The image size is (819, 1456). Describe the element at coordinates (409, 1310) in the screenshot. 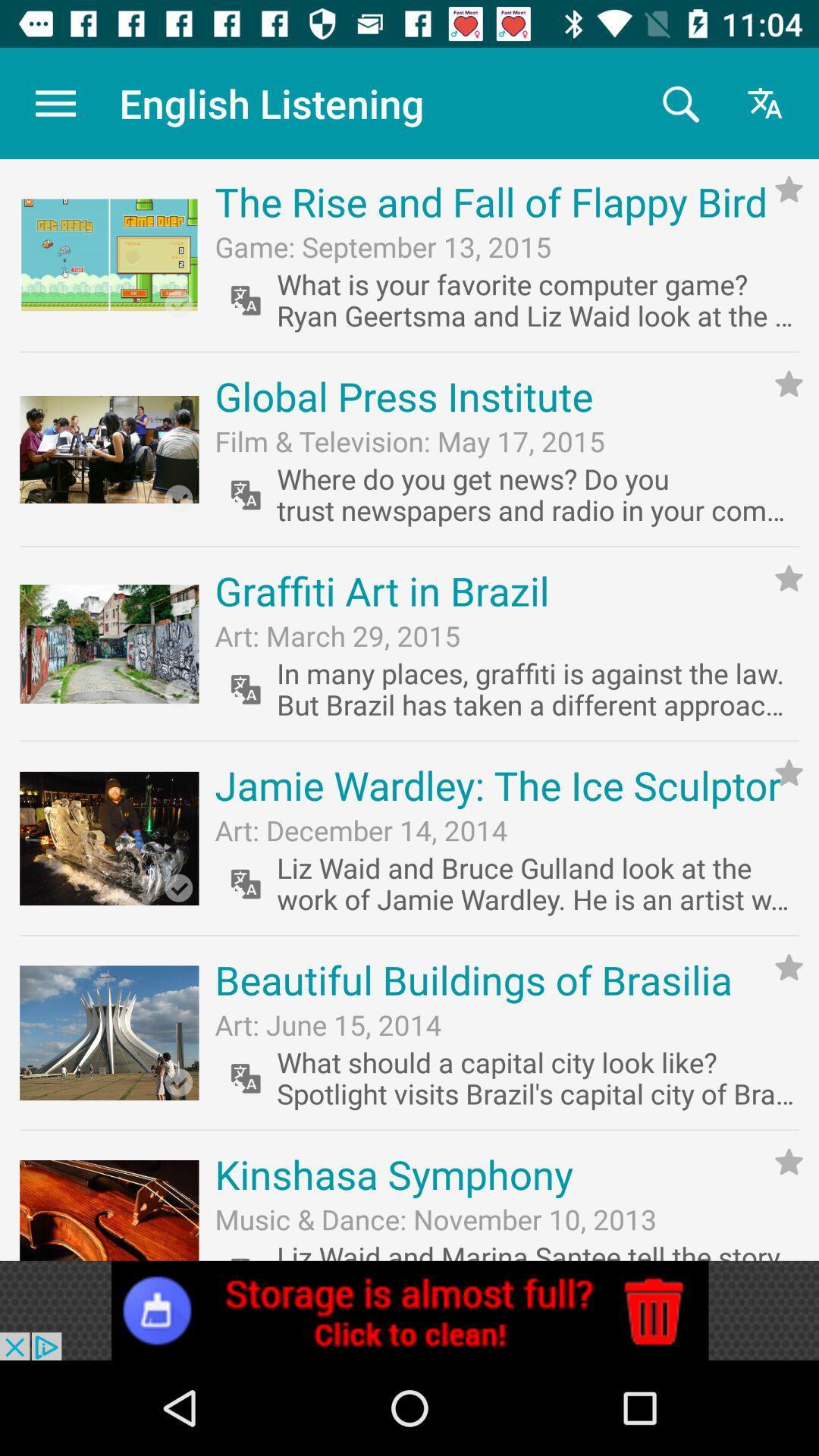

I see `banner` at that location.